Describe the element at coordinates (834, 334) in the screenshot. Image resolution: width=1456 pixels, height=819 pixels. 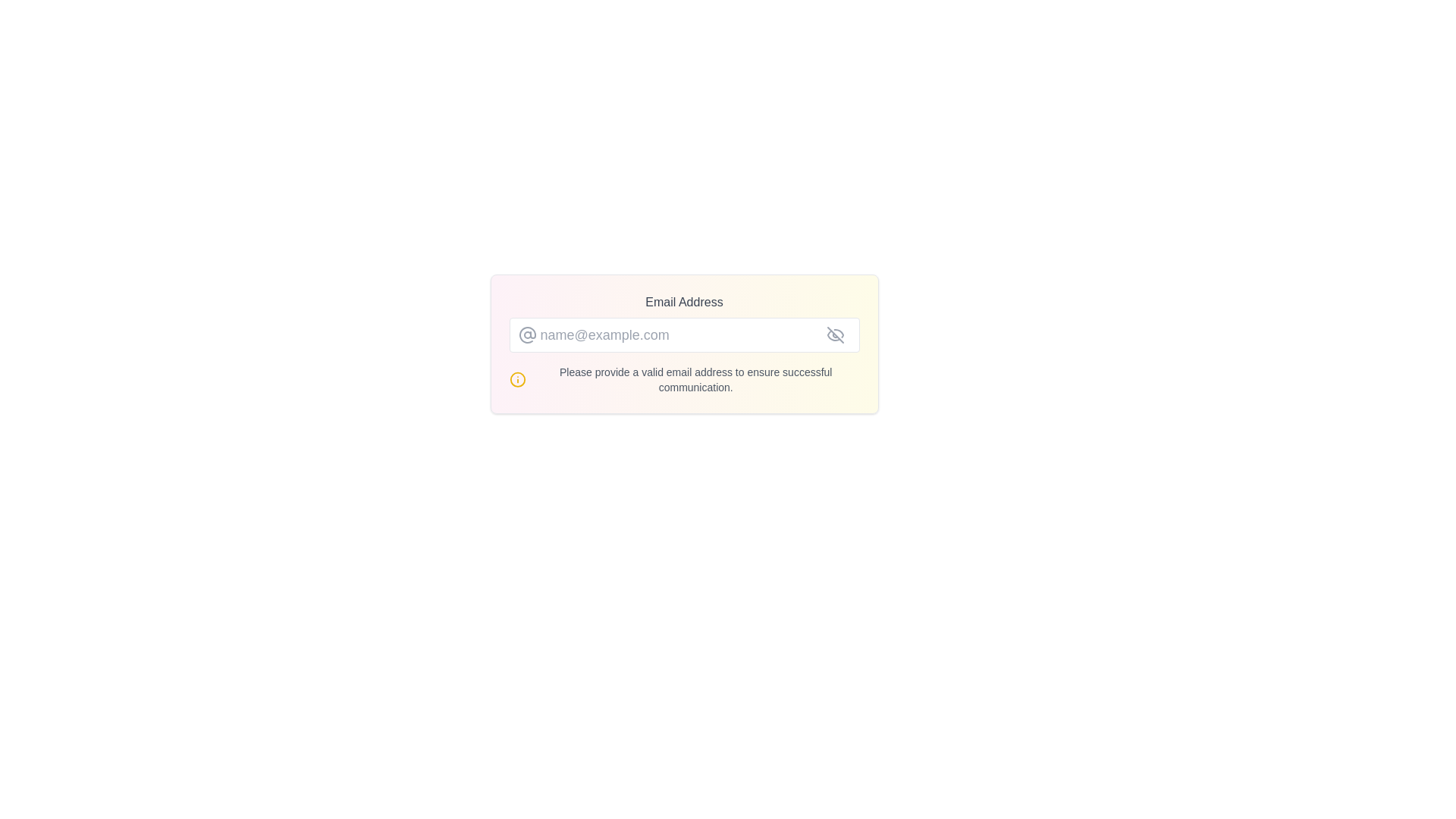
I see `the toggle visibility button located at the right end of the email input field` at that location.